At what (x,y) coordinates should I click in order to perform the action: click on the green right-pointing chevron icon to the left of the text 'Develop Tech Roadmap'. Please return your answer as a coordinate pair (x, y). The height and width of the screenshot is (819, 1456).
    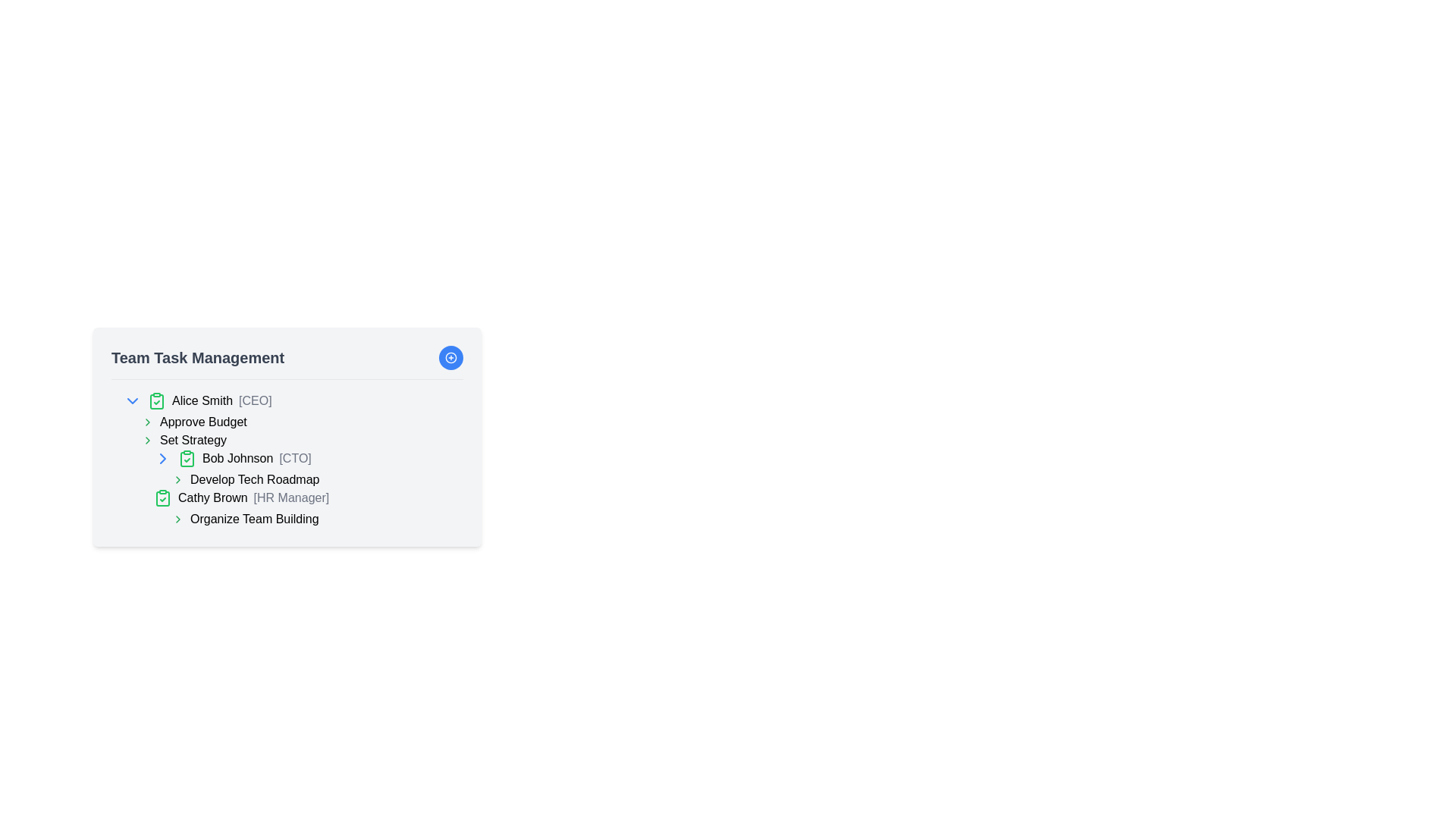
    Looking at the image, I should click on (178, 479).